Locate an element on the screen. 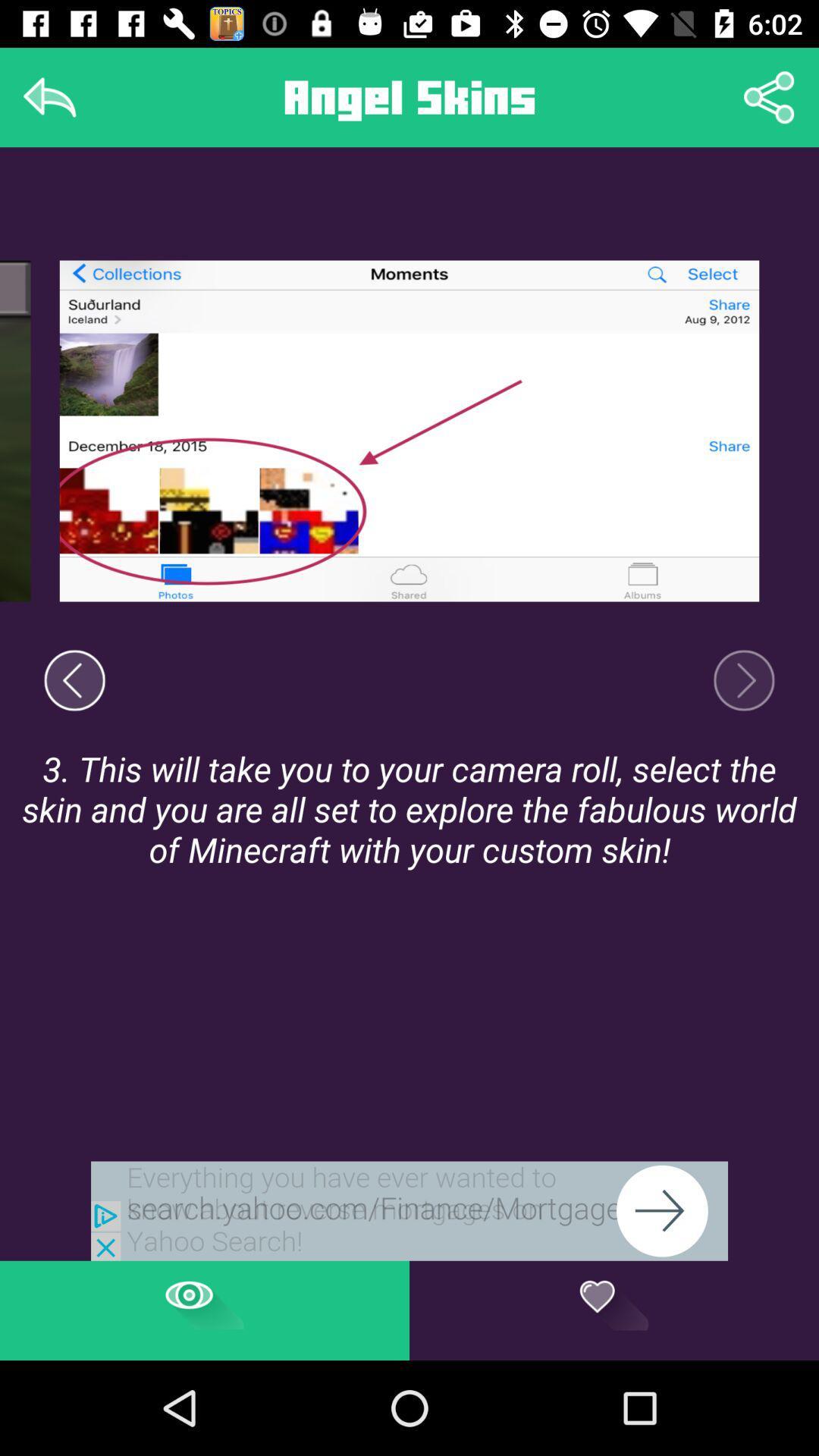 This screenshot has height=1456, width=819. the next screen is located at coordinates (743, 679).